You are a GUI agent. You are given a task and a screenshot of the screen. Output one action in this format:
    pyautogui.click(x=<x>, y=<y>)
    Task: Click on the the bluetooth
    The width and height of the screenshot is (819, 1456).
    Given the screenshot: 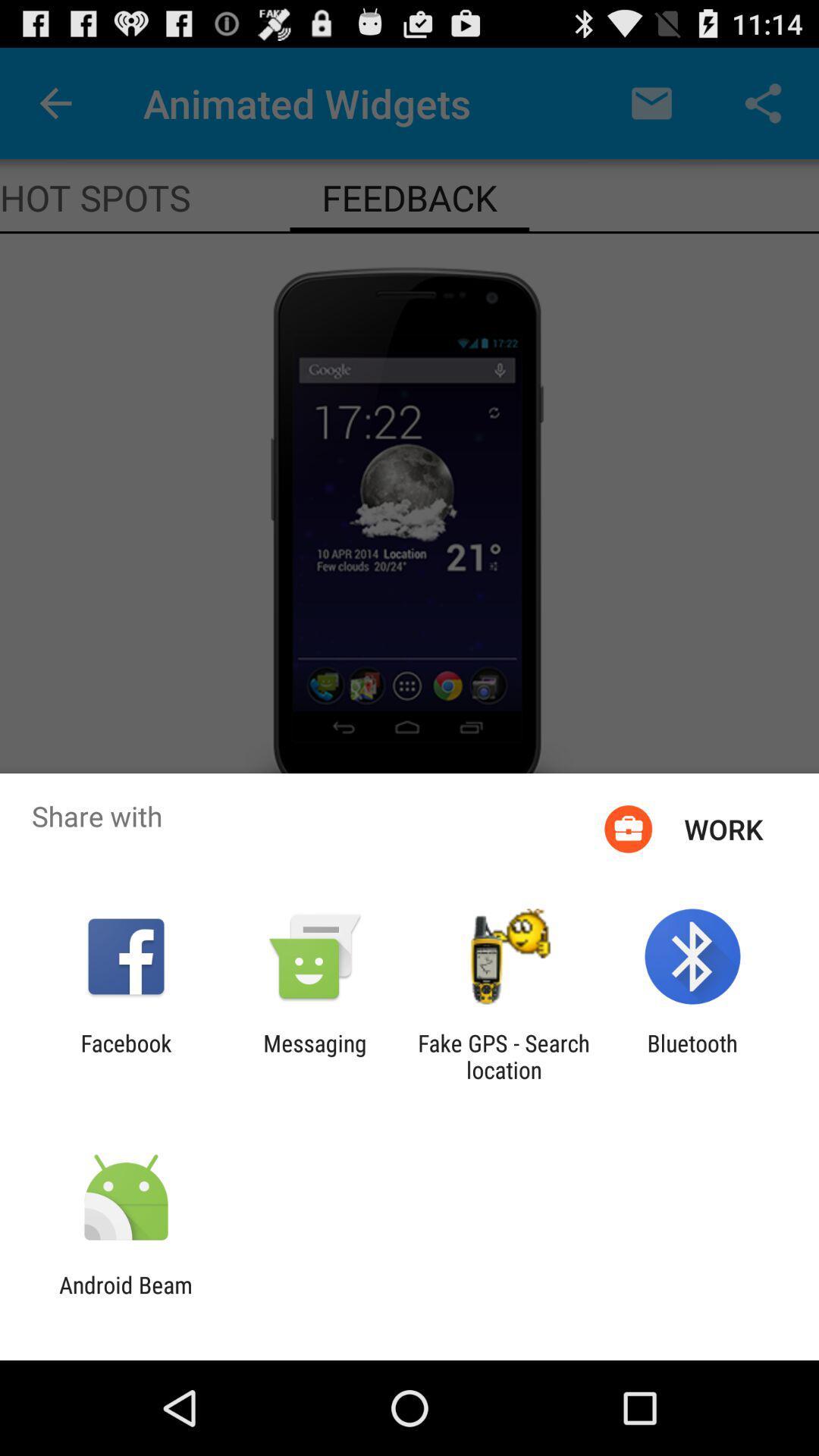 What is the action you would take?
    pyautogui.click(x=692, y=1056)
    